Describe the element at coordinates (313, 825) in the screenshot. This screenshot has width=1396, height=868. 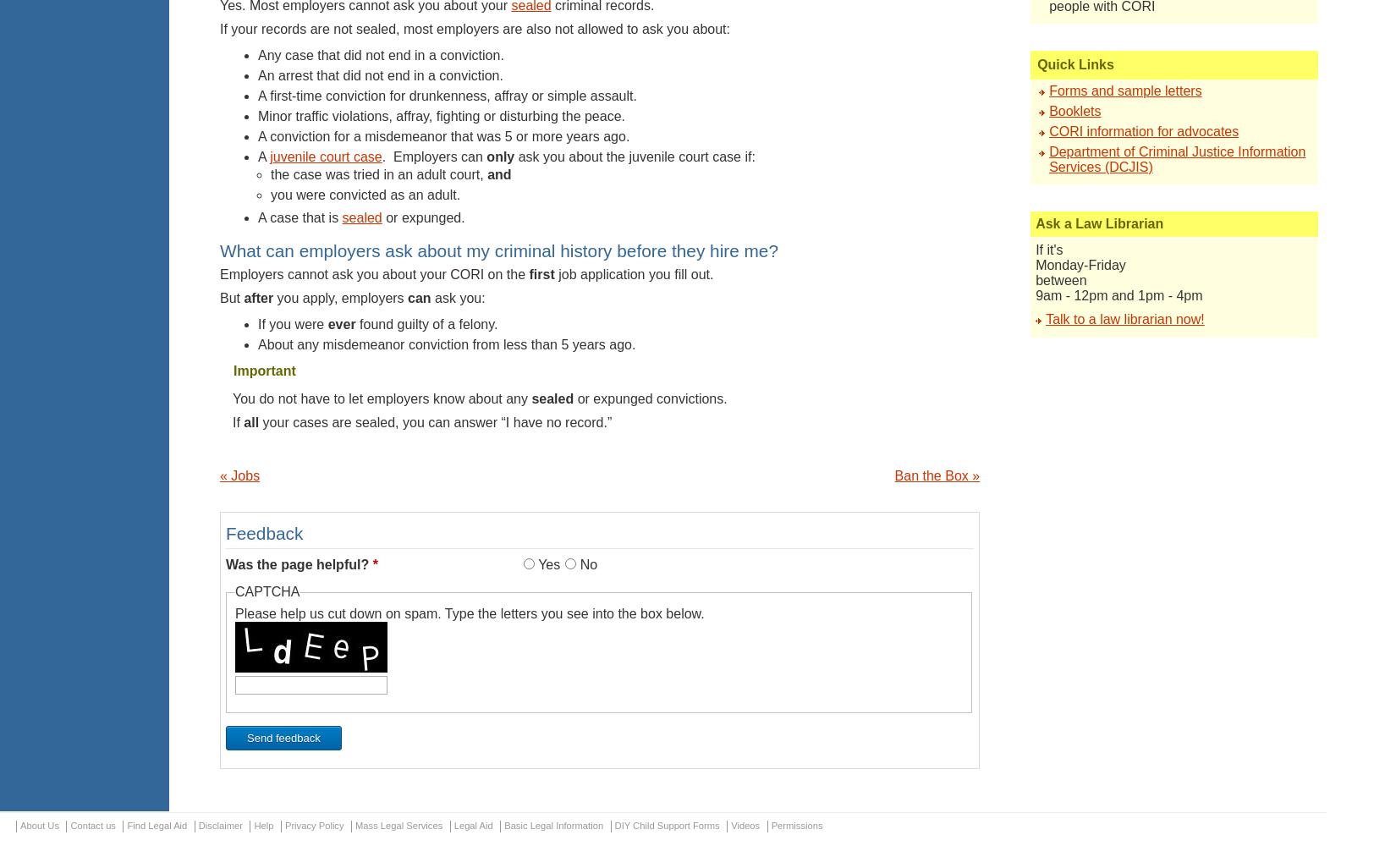
I see `'Privacy Policy'` at that location.